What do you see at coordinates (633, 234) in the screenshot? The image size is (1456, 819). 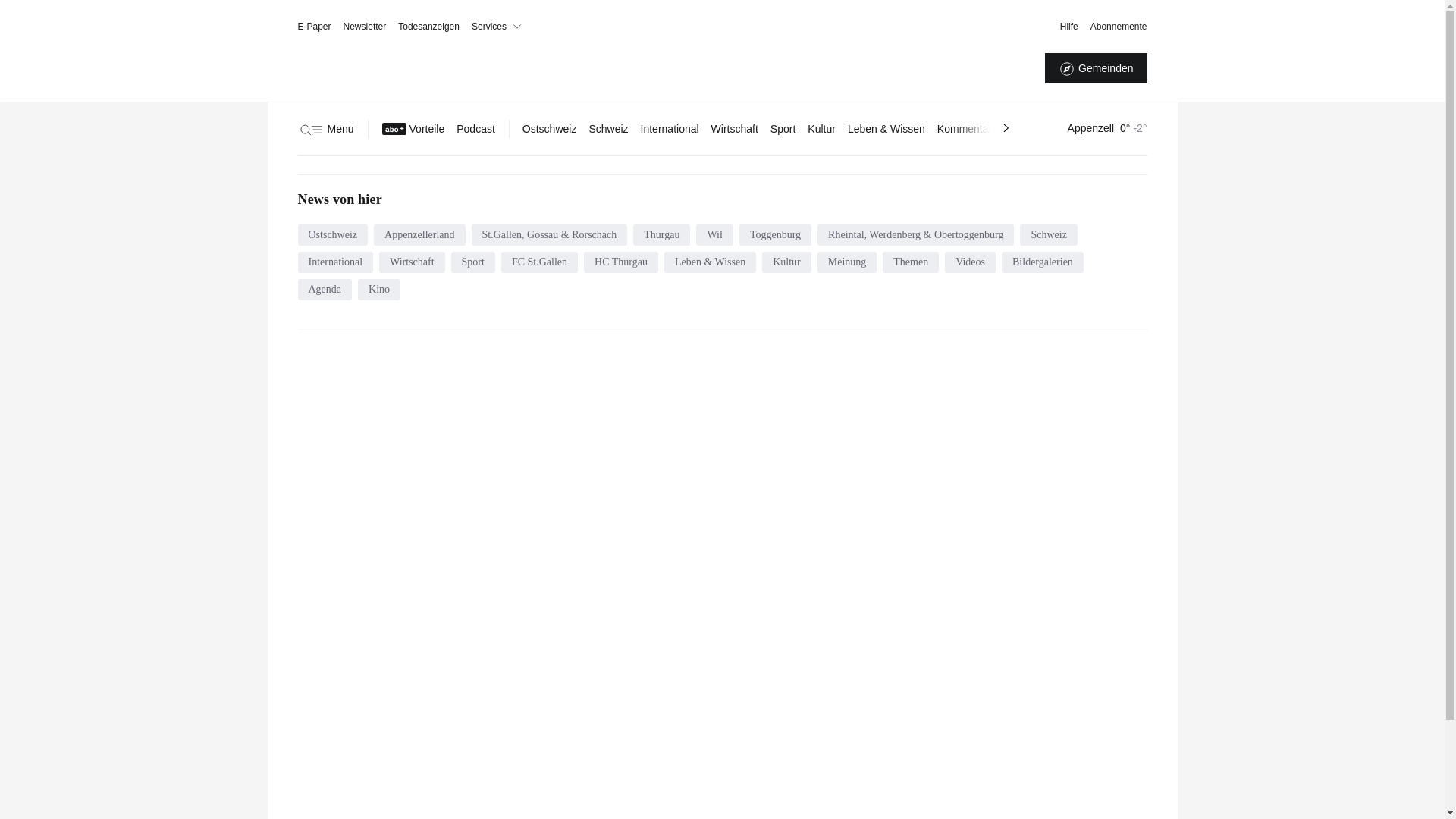 I see `'Thurgau'` at bounding box center [633, 234].